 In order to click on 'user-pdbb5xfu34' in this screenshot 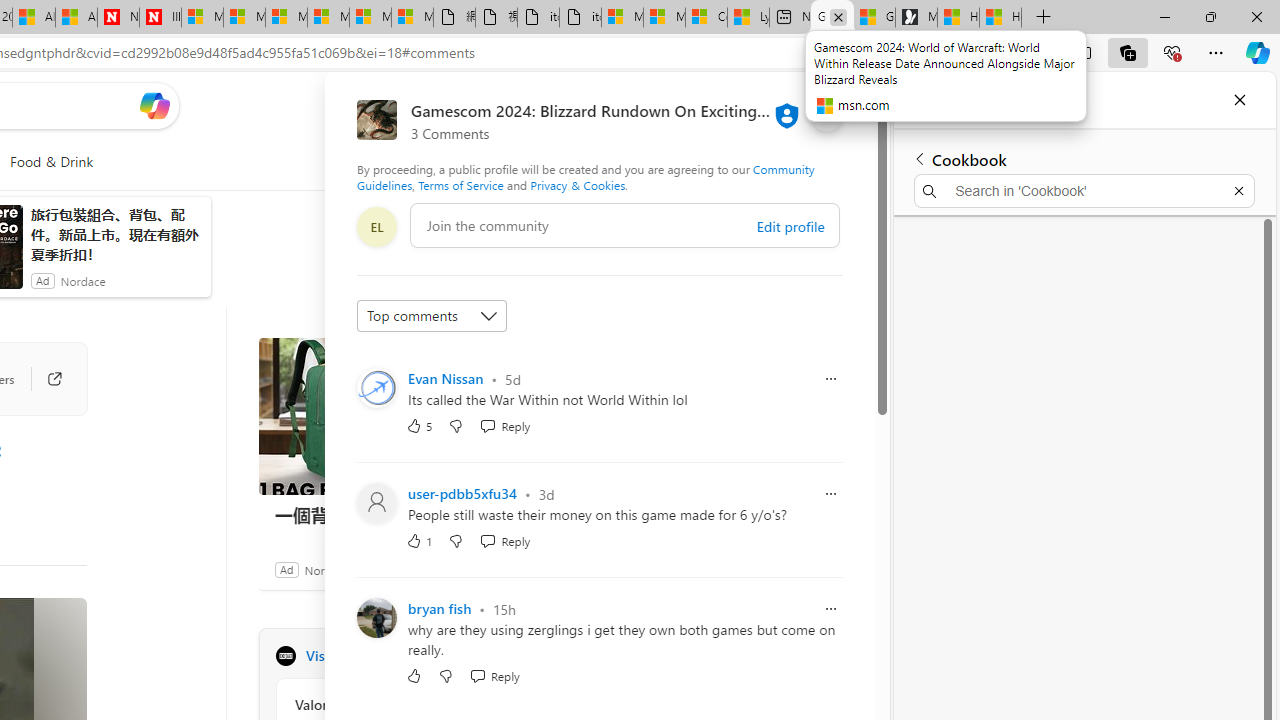, I will do `click(462, 493)`.